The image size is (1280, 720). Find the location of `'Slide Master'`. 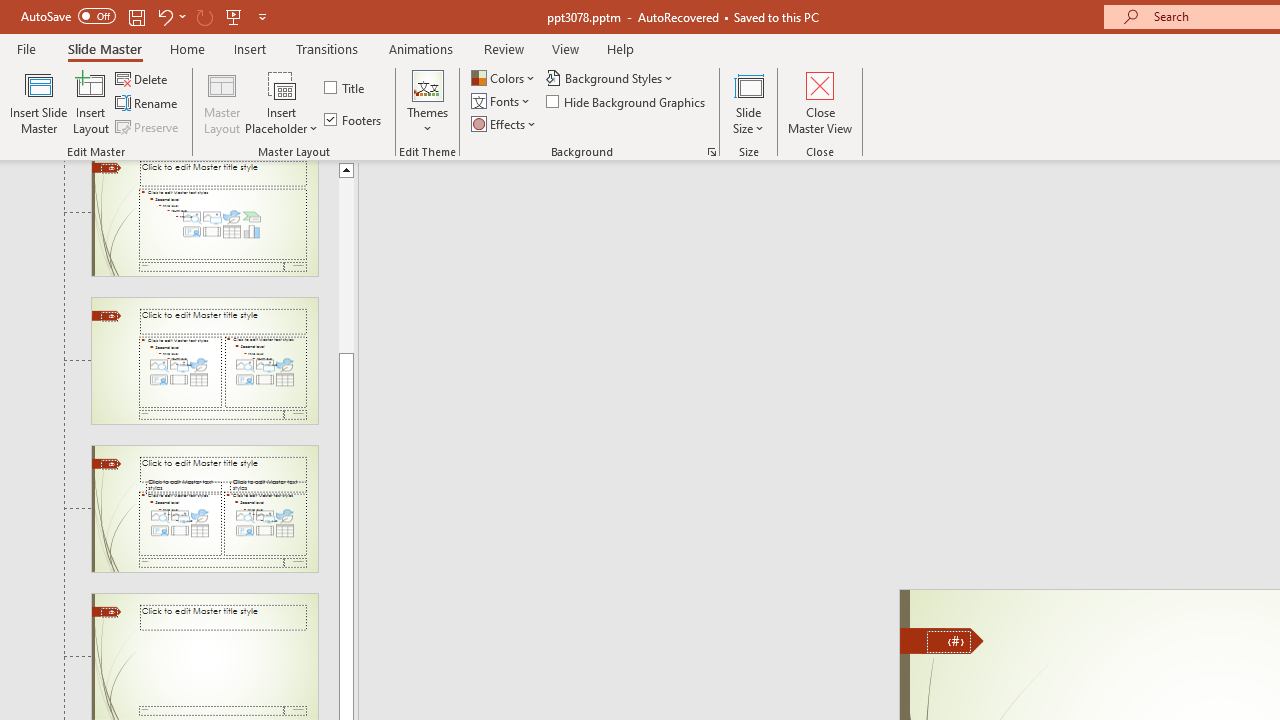

'Slide Master' is located at coordinates (103, 48).